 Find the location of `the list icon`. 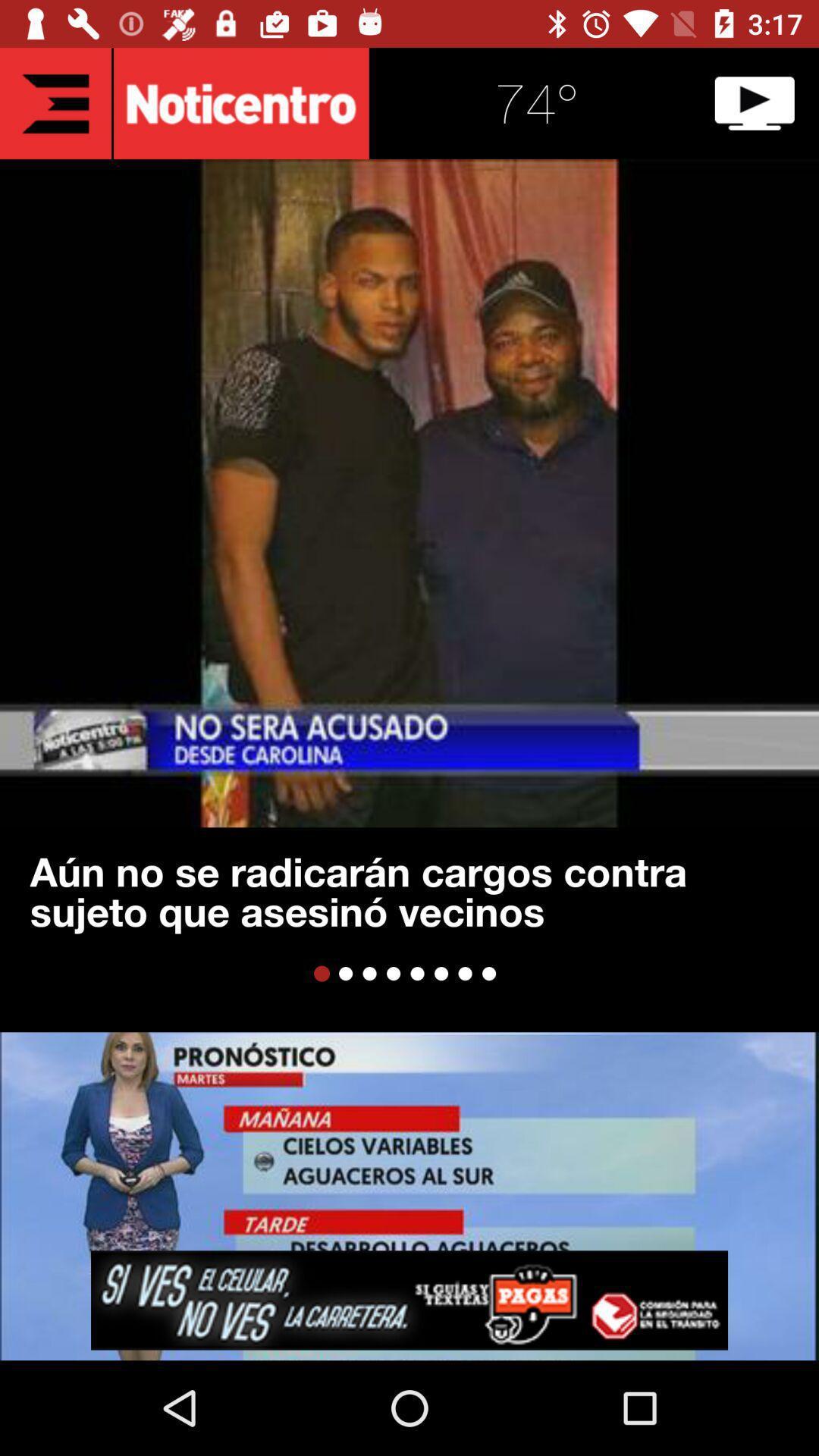

the list icon is located at coordinates (55, 102).